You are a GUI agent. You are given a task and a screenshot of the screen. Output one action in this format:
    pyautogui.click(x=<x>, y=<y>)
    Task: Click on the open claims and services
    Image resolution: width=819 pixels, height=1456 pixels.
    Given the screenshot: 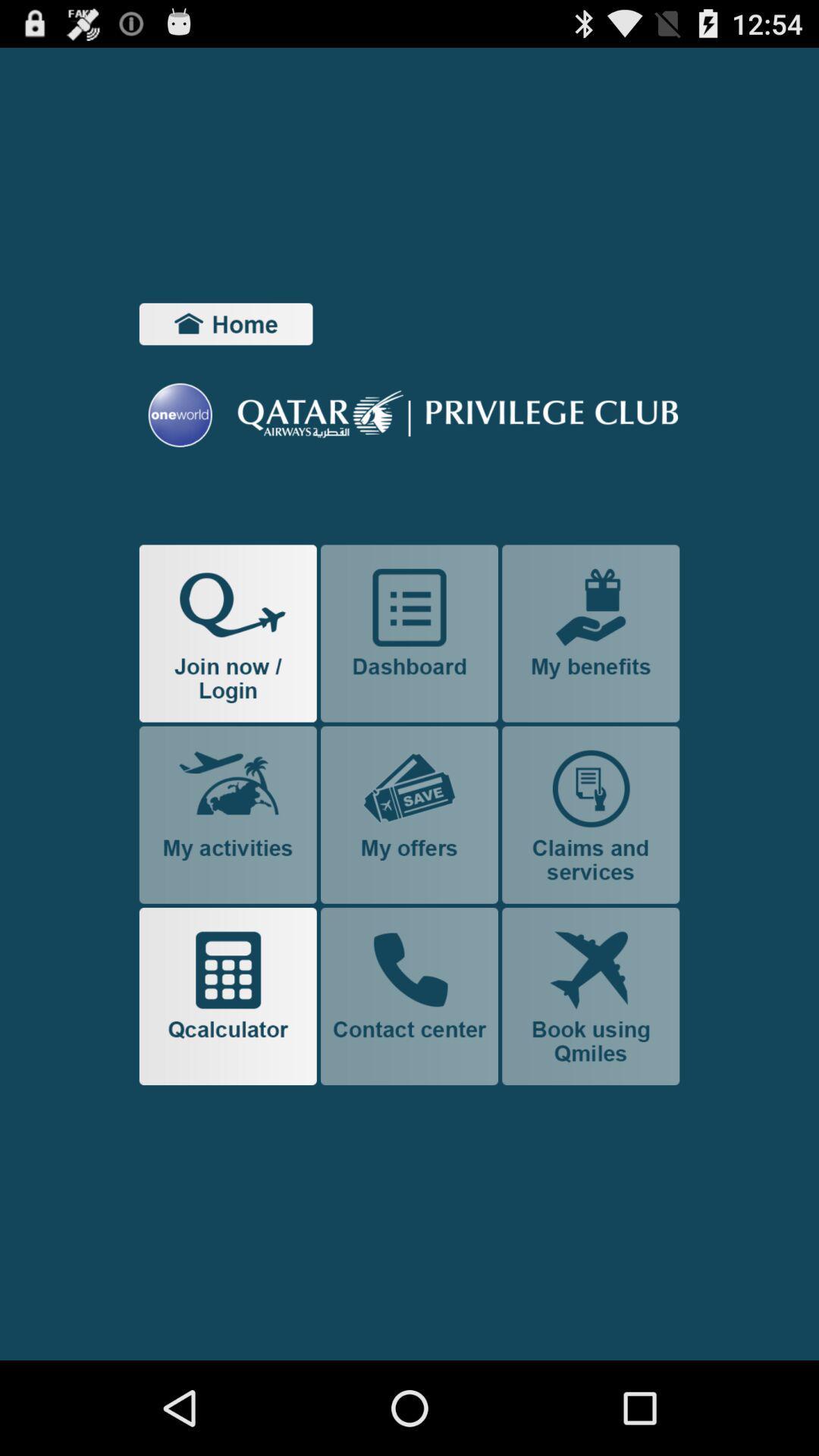 What is the action you would take?
    pyautogui.click(x=590, y=814)
    